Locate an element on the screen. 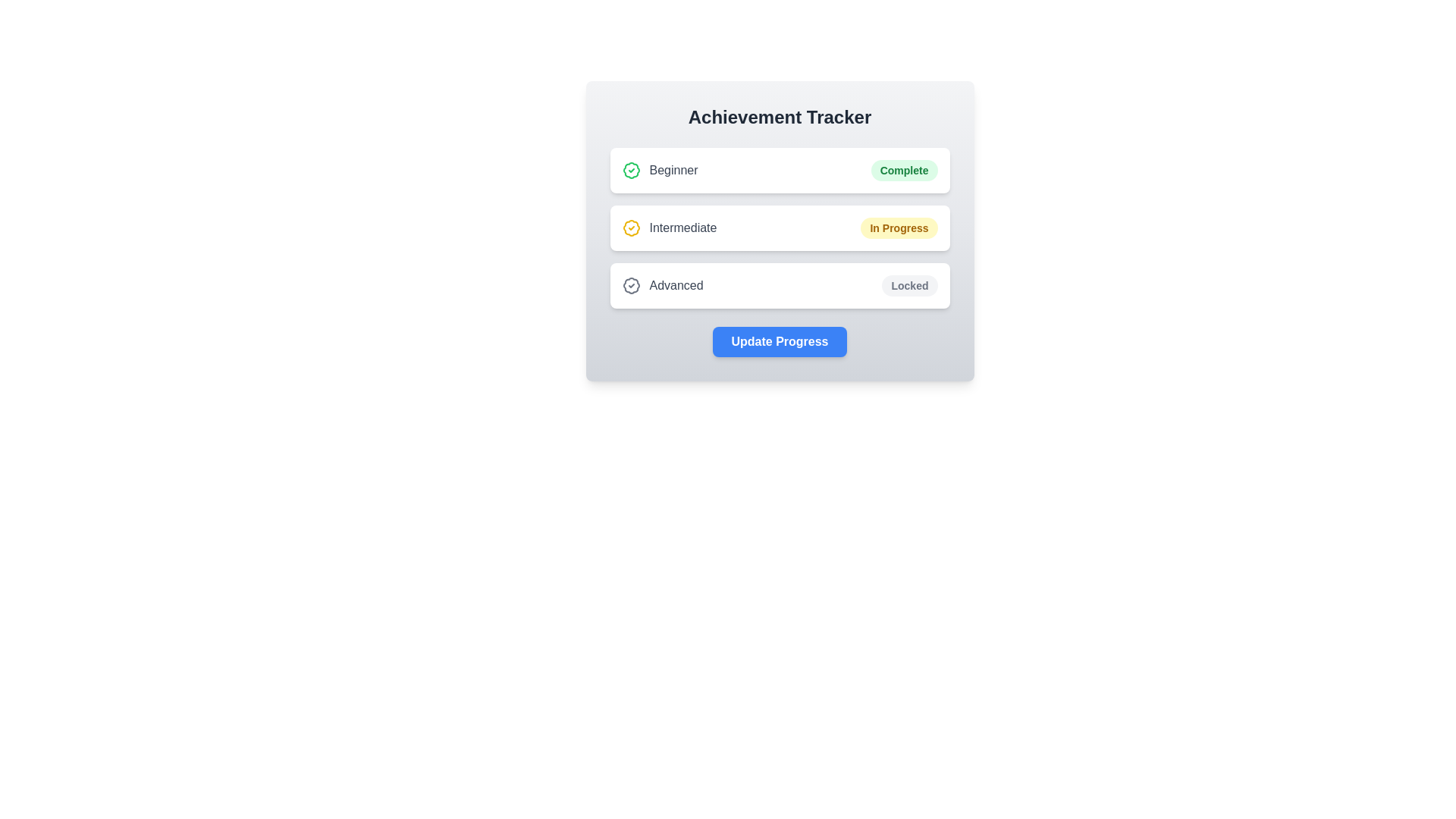 This screenshot has height=819, width=1456. an individual progress status in the Progress tracker section, which contains three labeled rows with left-aligned labels and right-aligned status indicators is located at coordinates (780, 227).